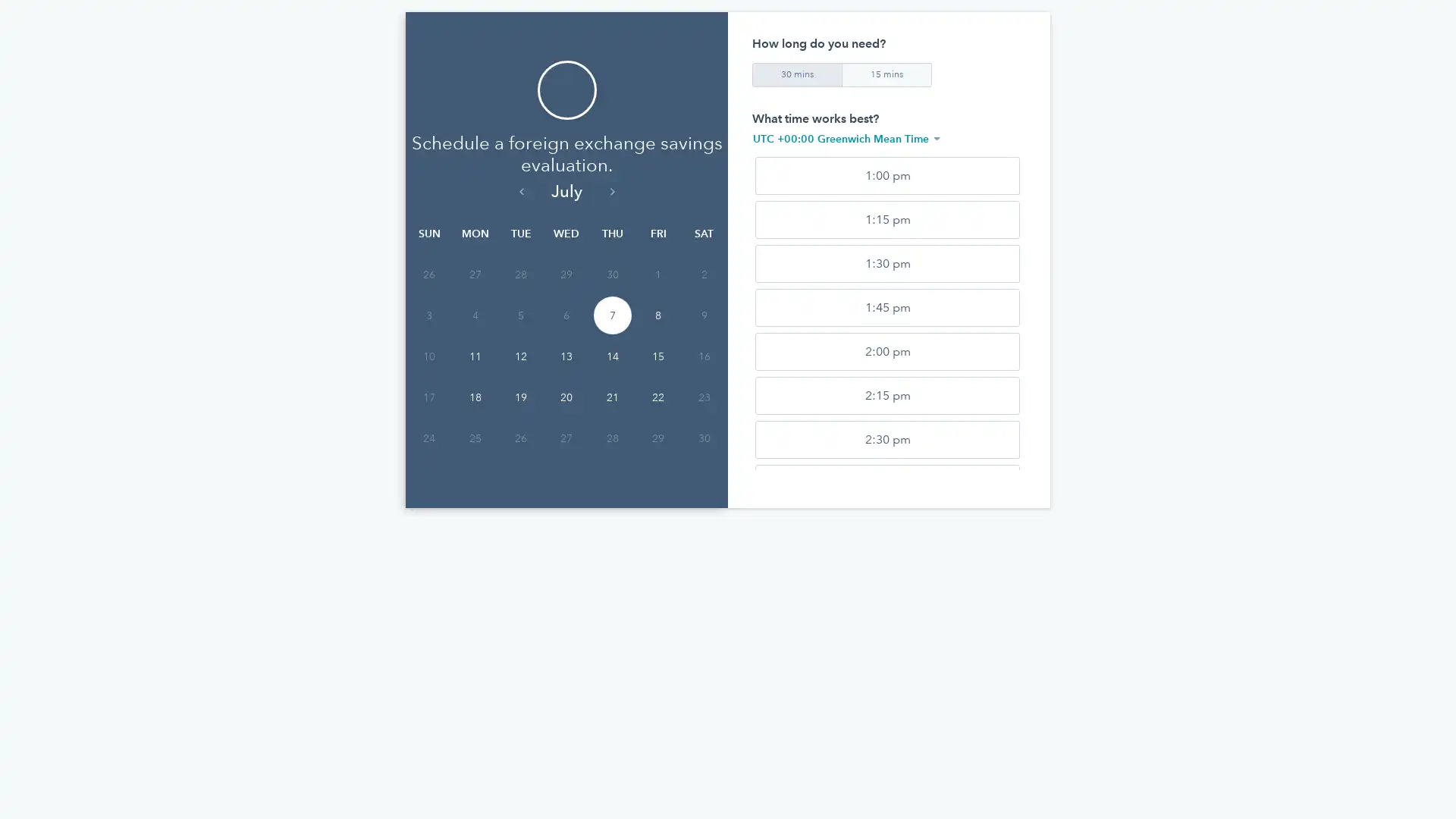 The height and width of the screenshot is (819, 1456). Describe the element at coordinates (566, 275) in the screenshot. I see `June 29th` at that location.